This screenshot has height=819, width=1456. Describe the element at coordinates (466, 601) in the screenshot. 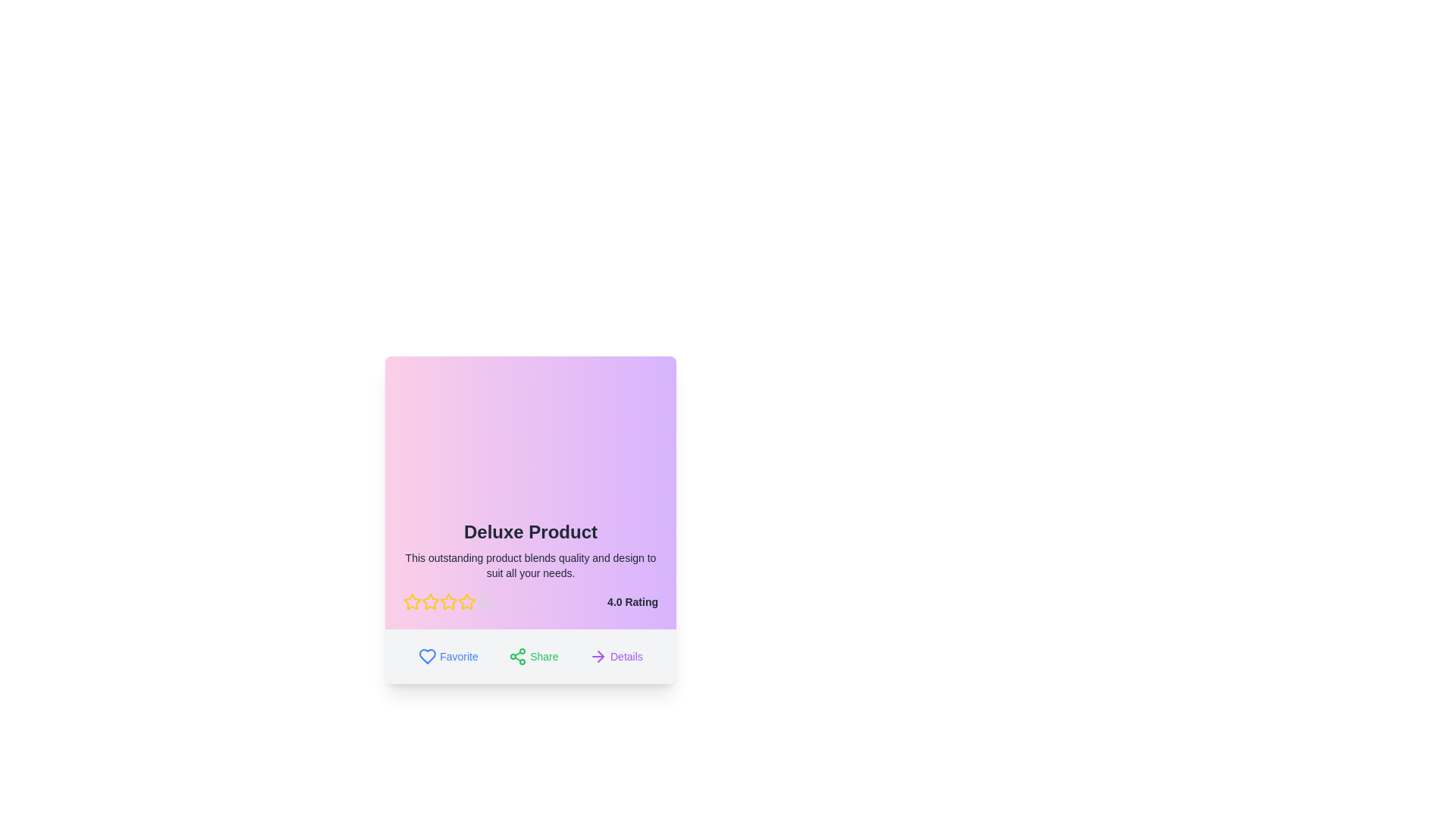

I see `the third star icon in the rating interface to assign a three-star rating to the 'Deluxe Product'` at that location.